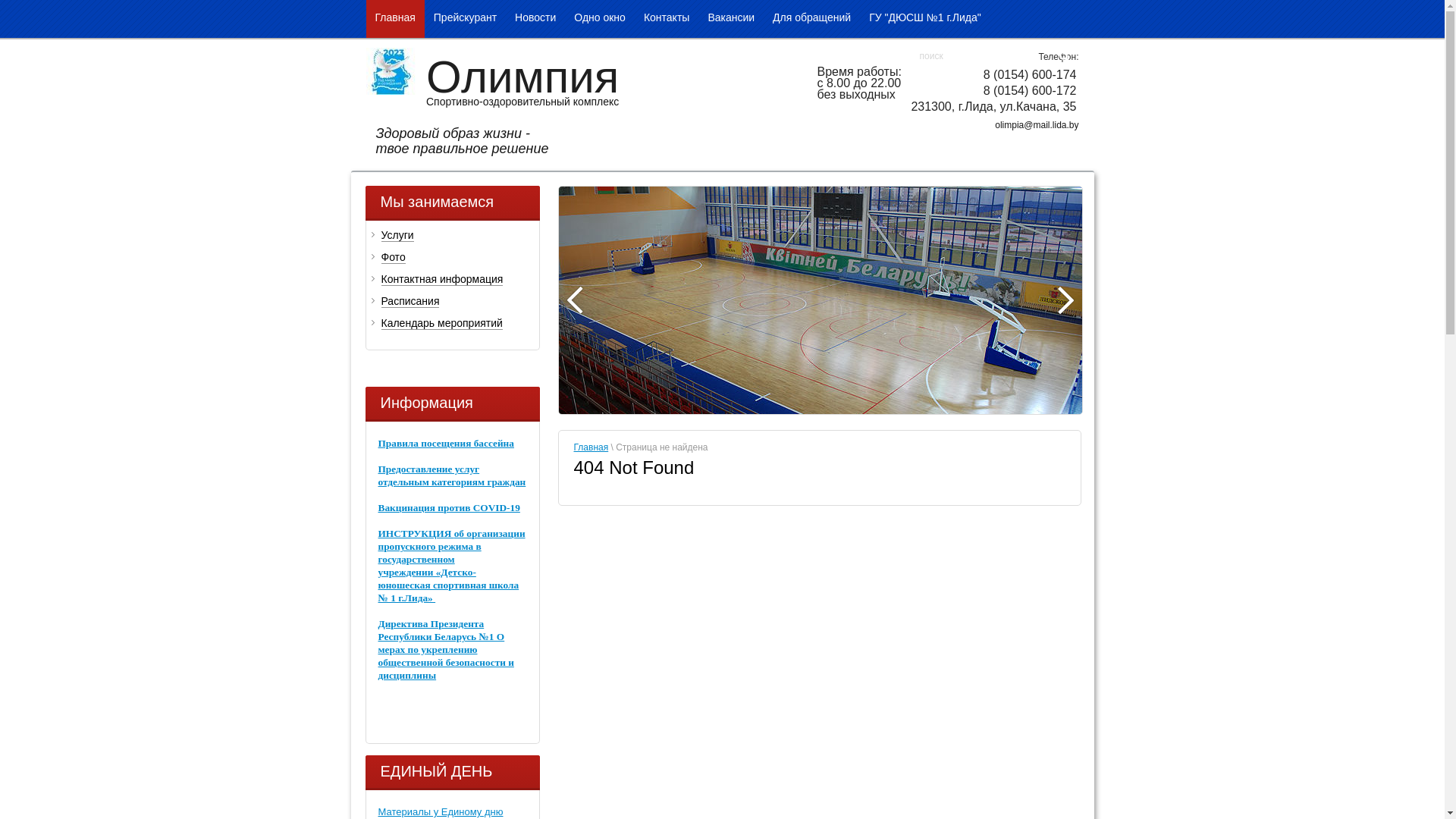 The height and width of the screenshot is (819, 1456). What do you see at coordinates (1036, 124) in the screenshot?
I see `'olimpia@mail.lida.by'` at bounding box center [1036, 124].